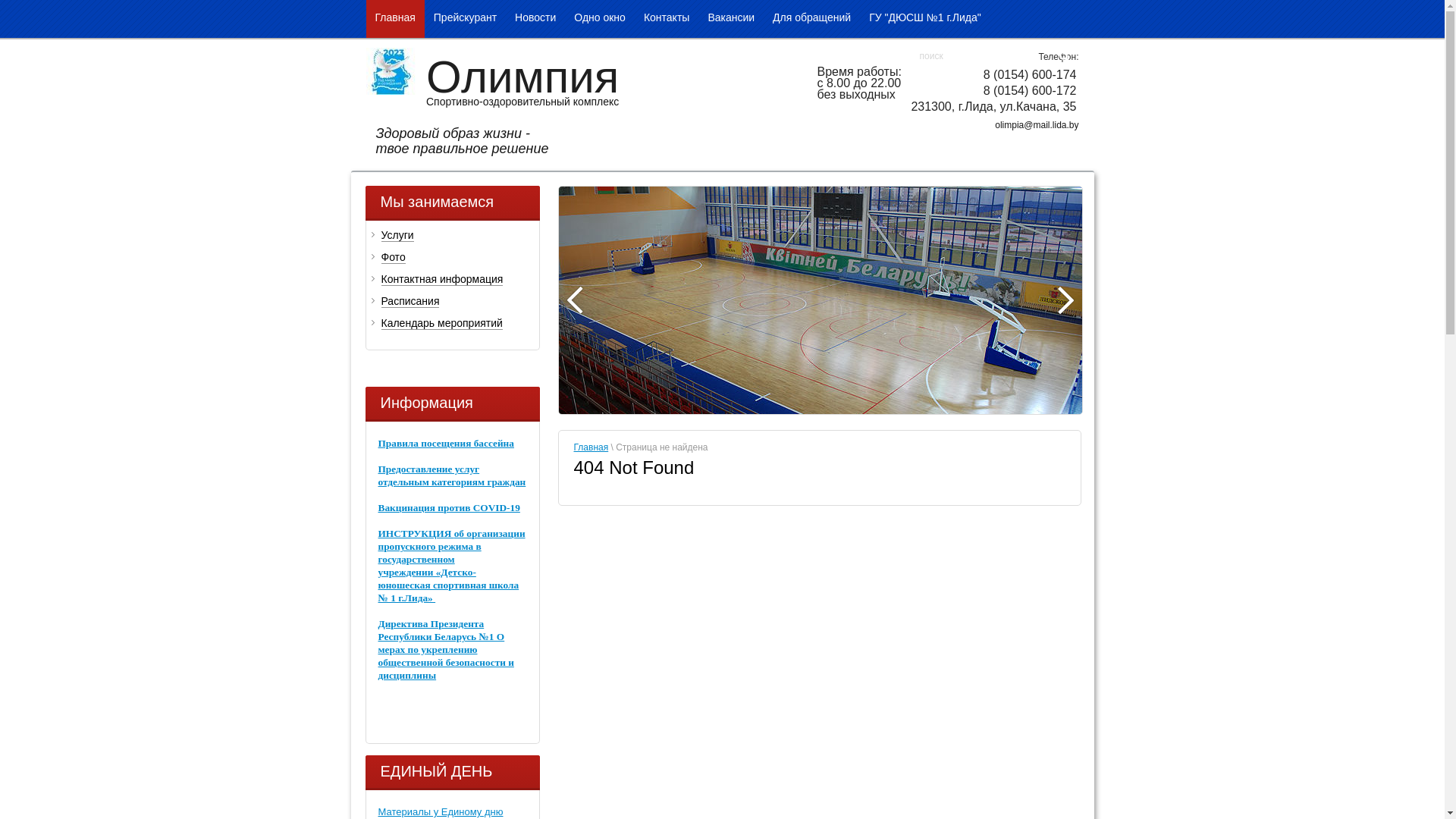 The height and width of the screenshot is (819, 1456). What do you see at coordinates (1036, 124) in the screenshot?
I see `'olimpia@mail.lida.by'` at bounding box center [1036, 124].